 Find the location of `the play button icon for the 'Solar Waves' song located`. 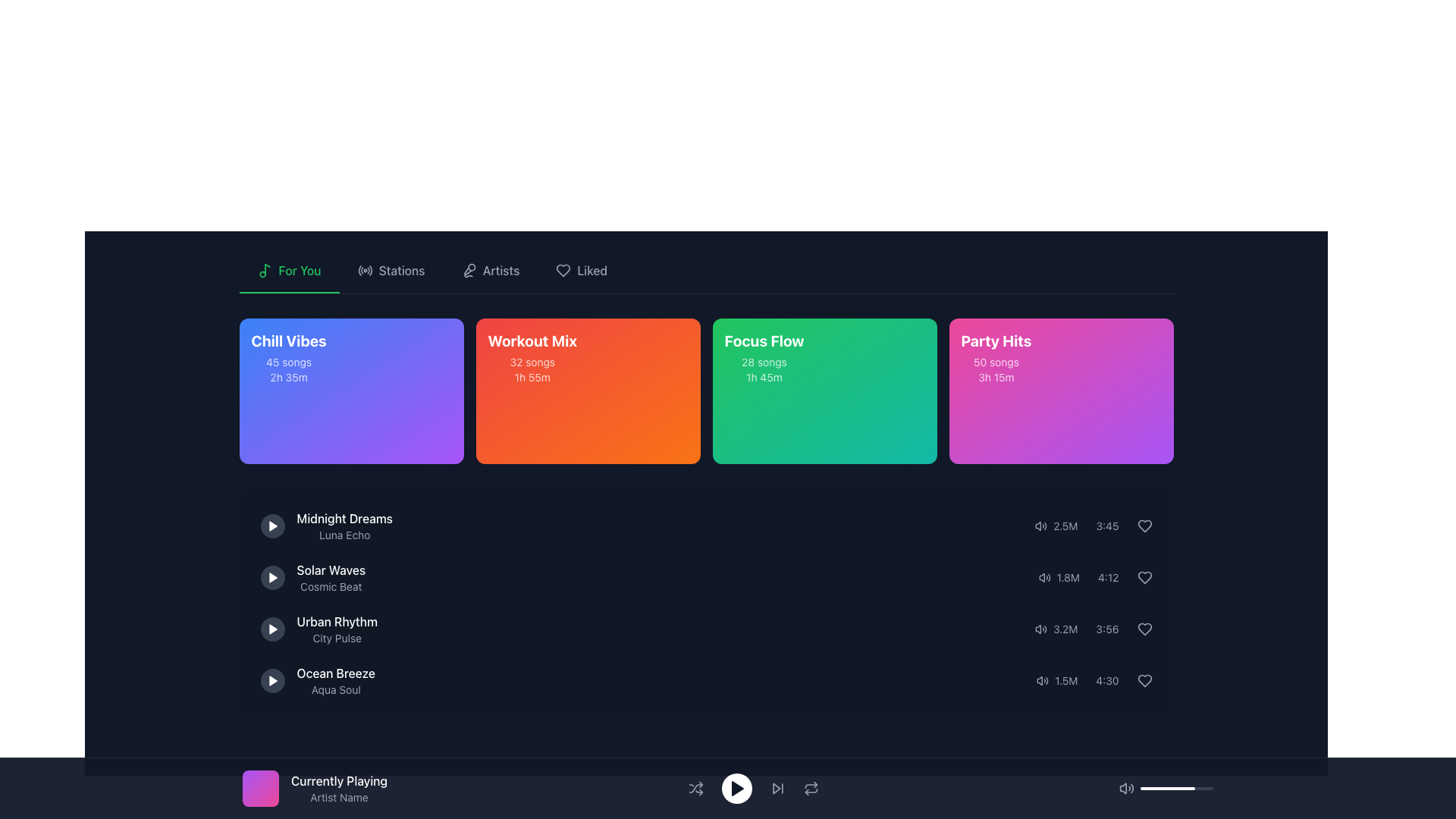

the play button icon for the 'Solar Waves' song located is located at coordinates (273, 578).